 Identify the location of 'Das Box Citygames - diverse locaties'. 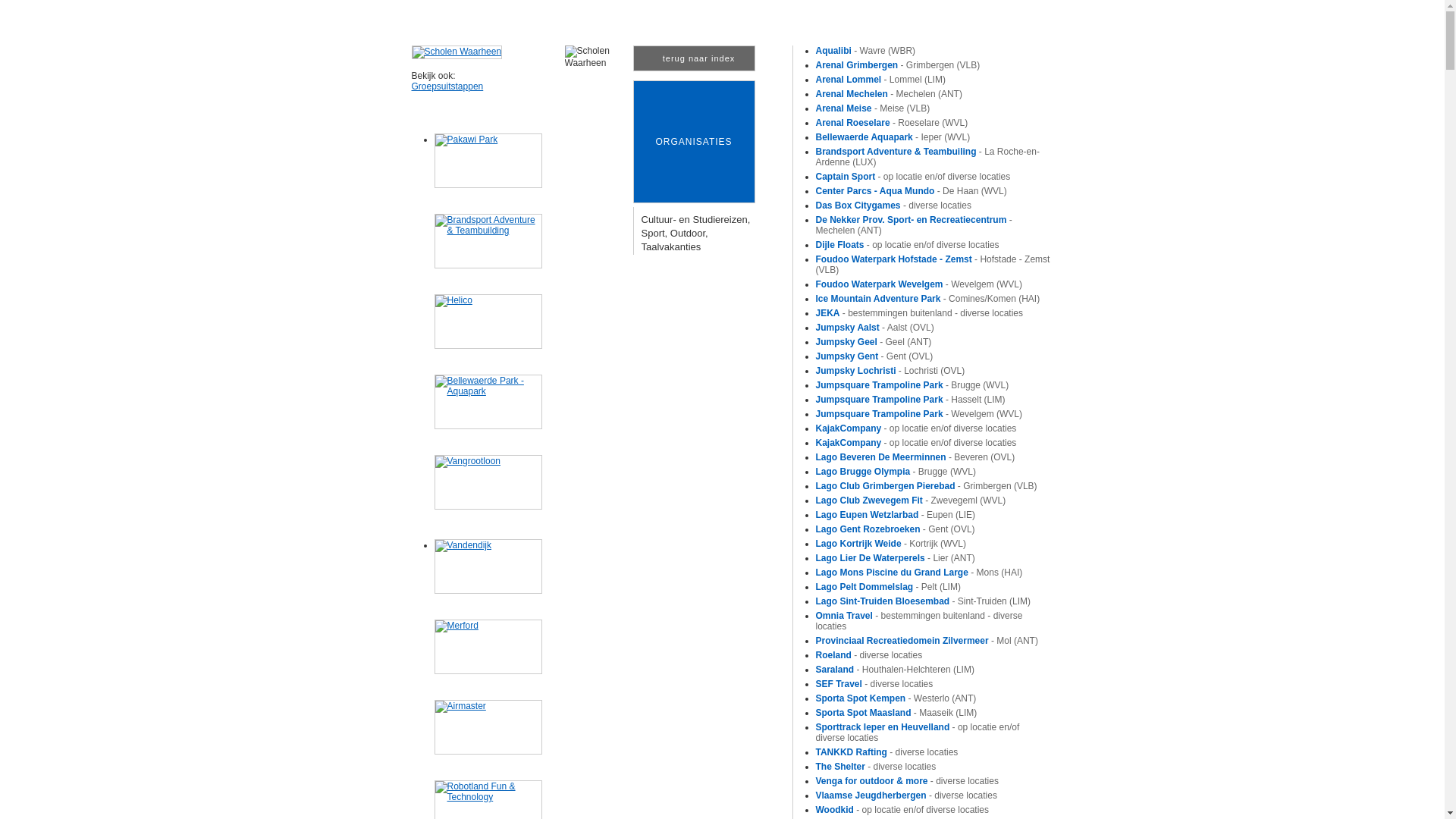
(893, 205).